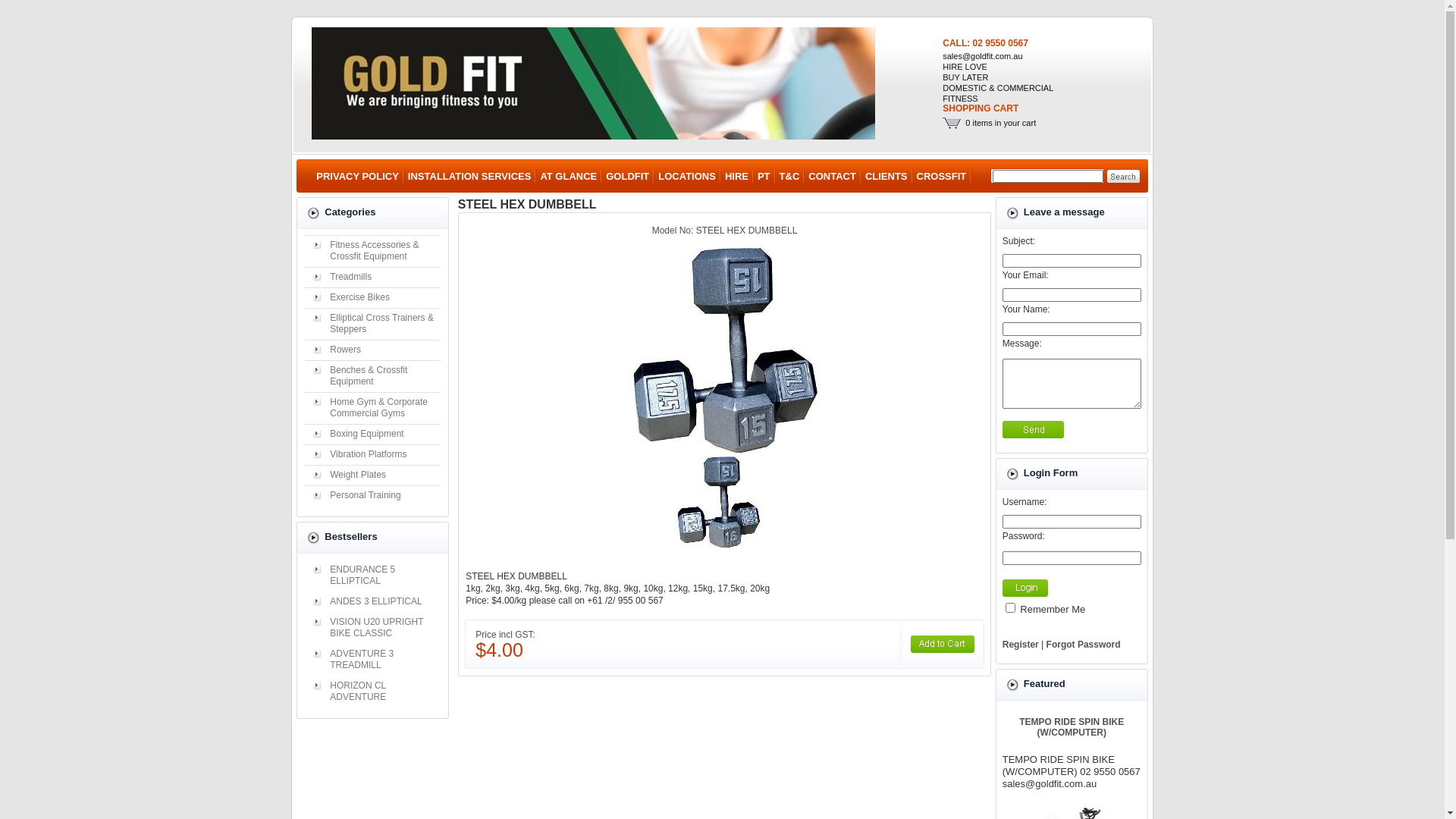  Describe the element at coordinates (567, 174) in the screenshot. I see `'AT GLANCE'` at that location.